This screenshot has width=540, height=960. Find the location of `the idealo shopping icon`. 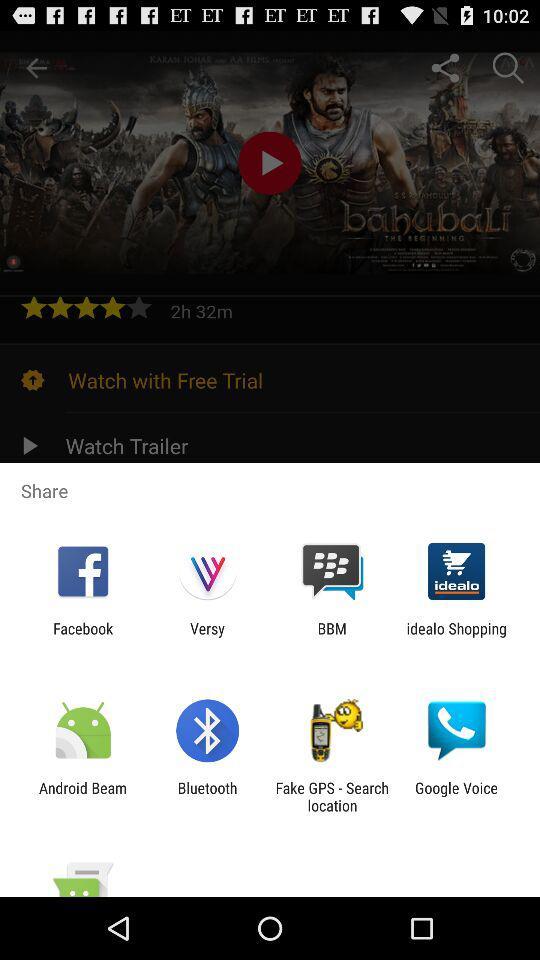

the idealo shopping icon is located at coordinates (456, 636).